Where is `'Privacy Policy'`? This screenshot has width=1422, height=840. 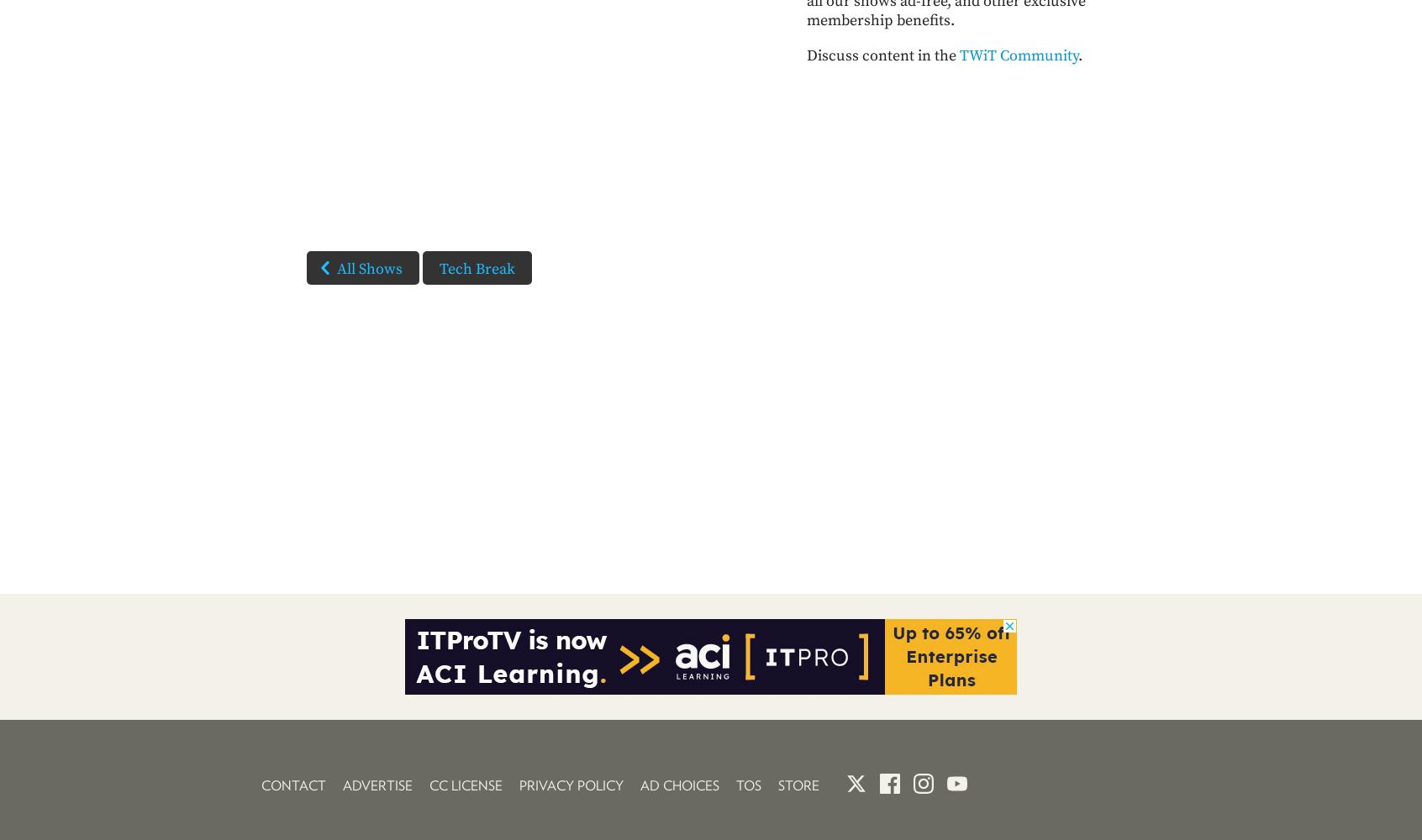
'Privacy Policy' is located at coordinates (518, 785).